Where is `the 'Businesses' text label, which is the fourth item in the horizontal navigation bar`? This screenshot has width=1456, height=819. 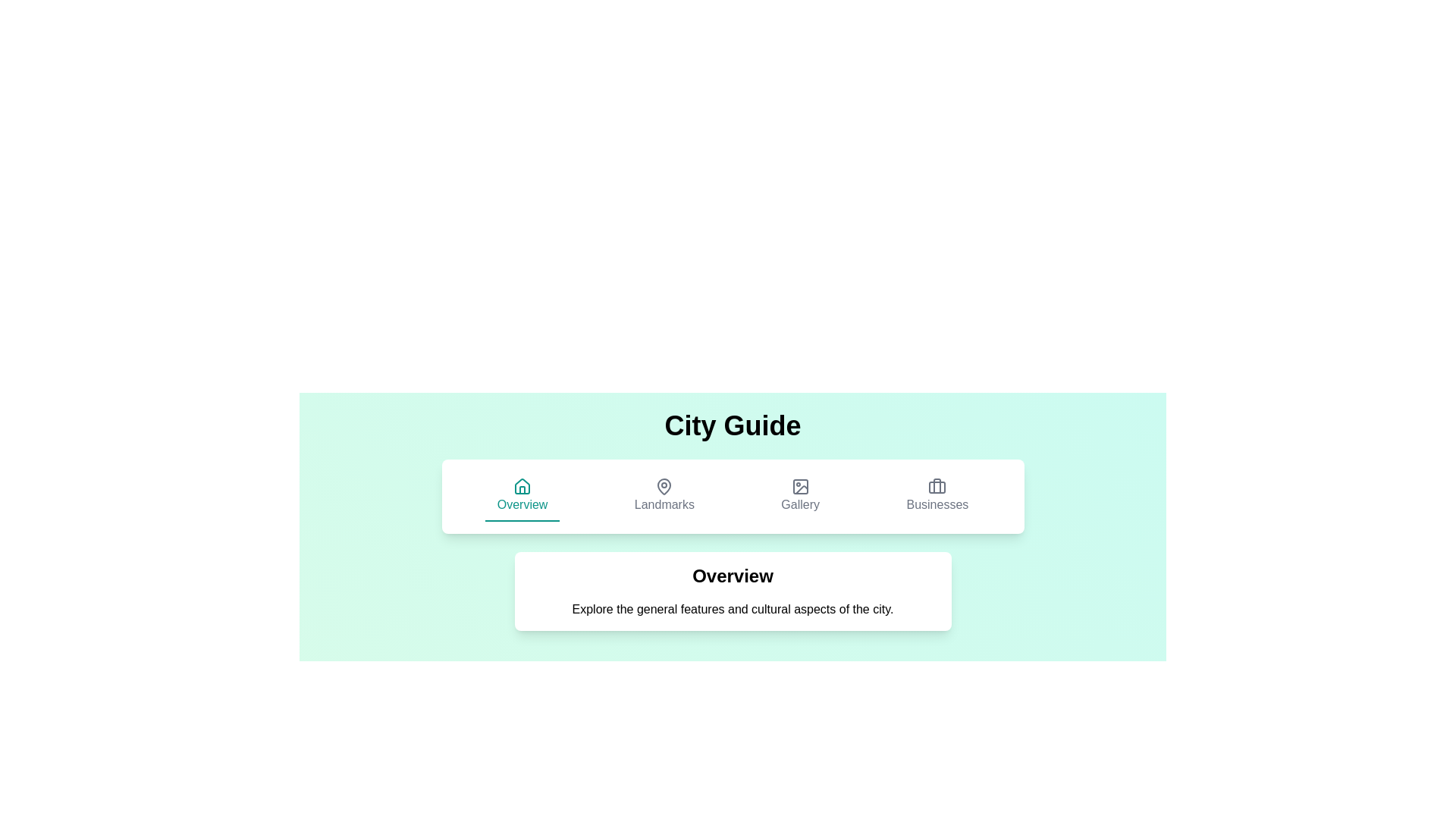 the 'Businesses' text label, which is the fourth item in the horizontal navigation bar is located at coordinates (937, 505).